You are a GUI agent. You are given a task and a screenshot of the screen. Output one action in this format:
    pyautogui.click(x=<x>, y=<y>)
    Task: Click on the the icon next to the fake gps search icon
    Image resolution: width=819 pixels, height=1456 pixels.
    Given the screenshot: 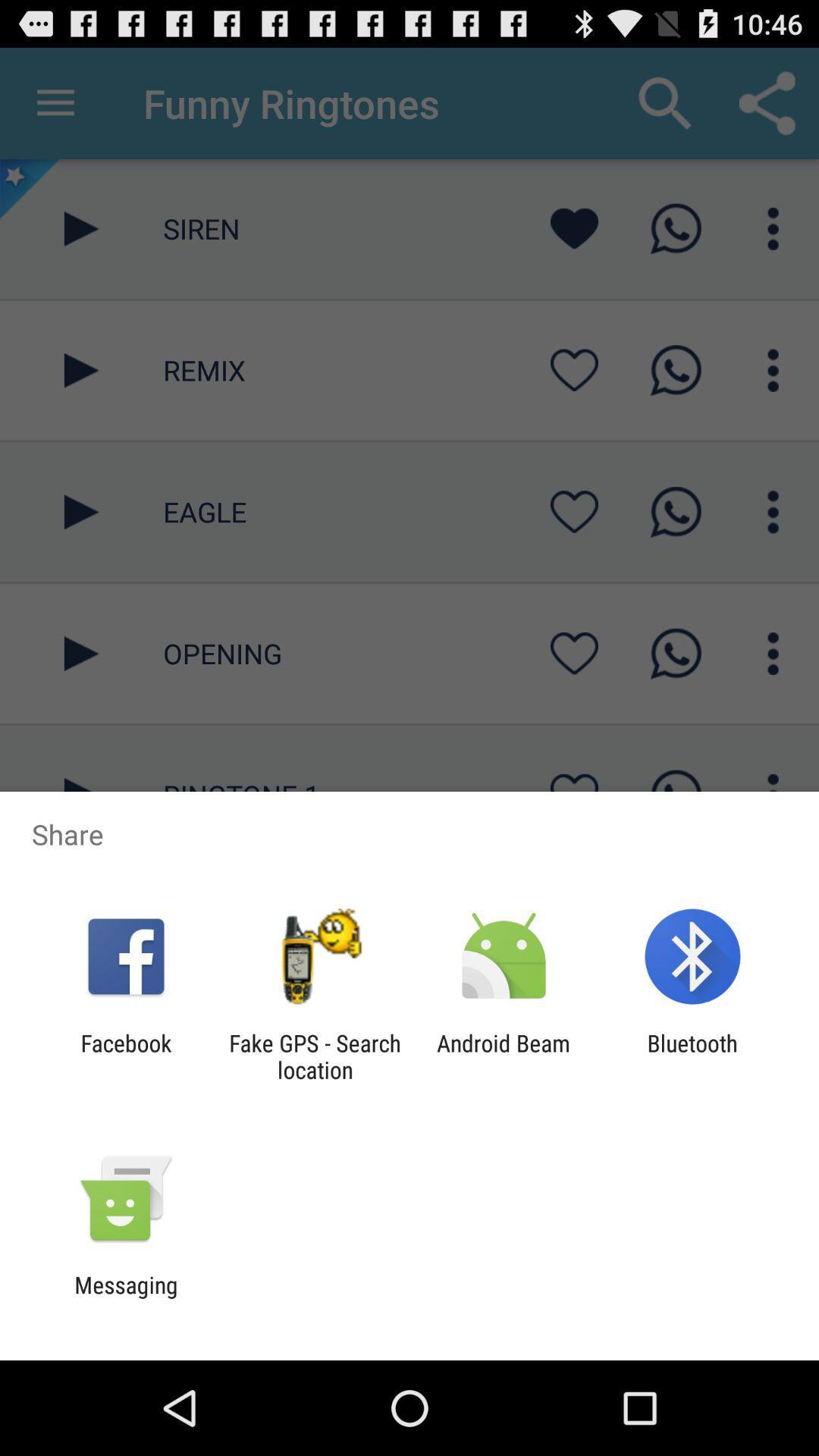 What is the action you would take?
    pyautogui.click(x=125, y=1056)
    